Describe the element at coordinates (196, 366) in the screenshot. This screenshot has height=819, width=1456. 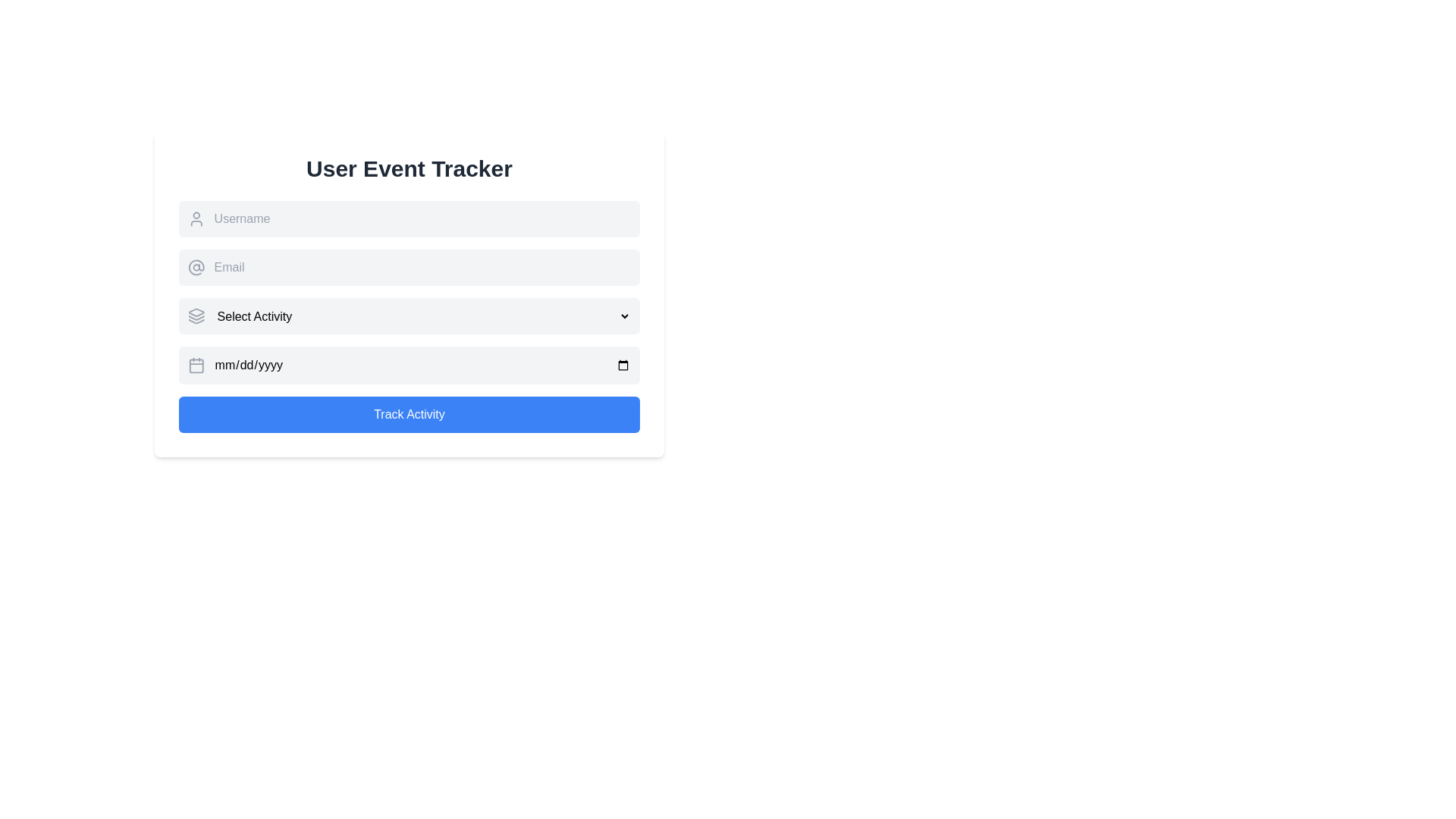
I see `the calendar icon located to the left of the 'mm/dd/yyyy' text input field in the date selection row of the vertical form layout` at that location.